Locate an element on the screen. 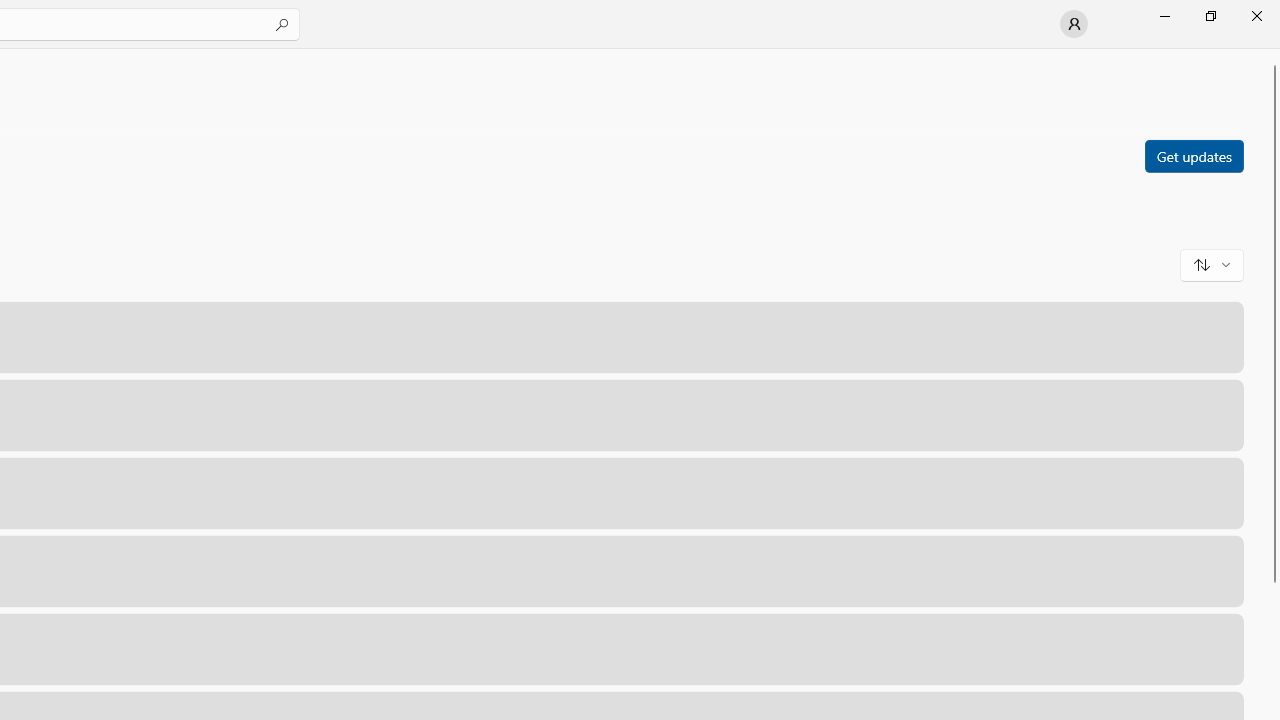 The image size is (1280, 720). 'Close Microsoft Store' is located at coordinates (1255, 15).